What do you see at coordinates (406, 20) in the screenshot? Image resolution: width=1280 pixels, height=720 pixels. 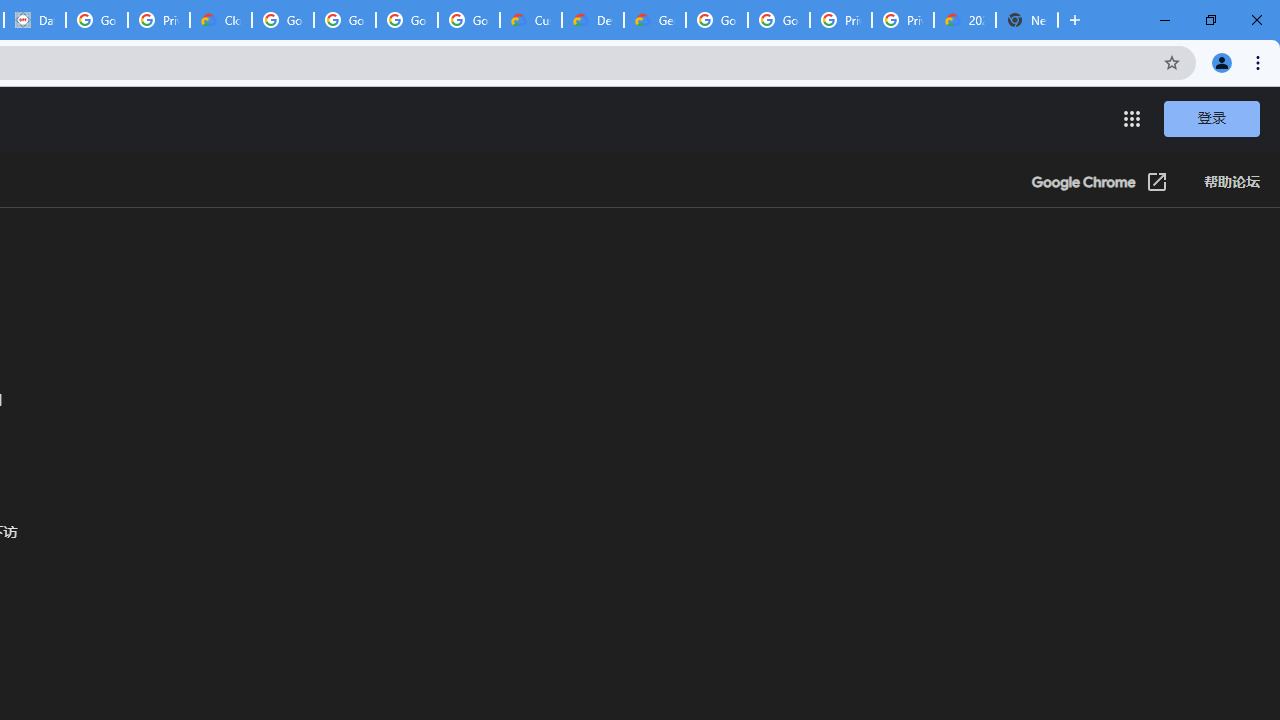 I see `'Google Workspace - Specific Terms'` at bounding box center [406, 20].